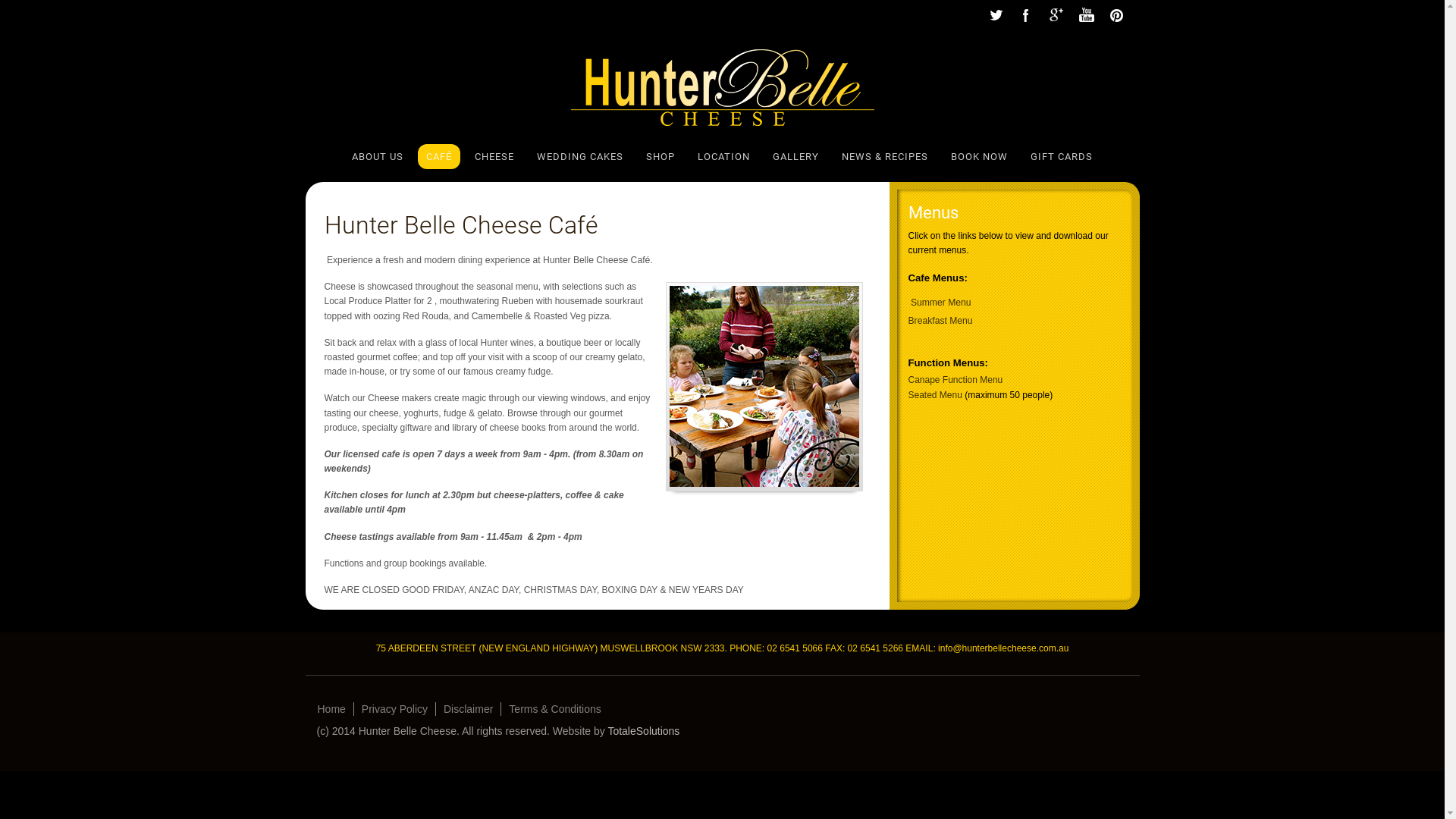 The height and width of the screenshot is (819, 1456). I want to click on 'NEWS & RECIPES', so click(884, 156).